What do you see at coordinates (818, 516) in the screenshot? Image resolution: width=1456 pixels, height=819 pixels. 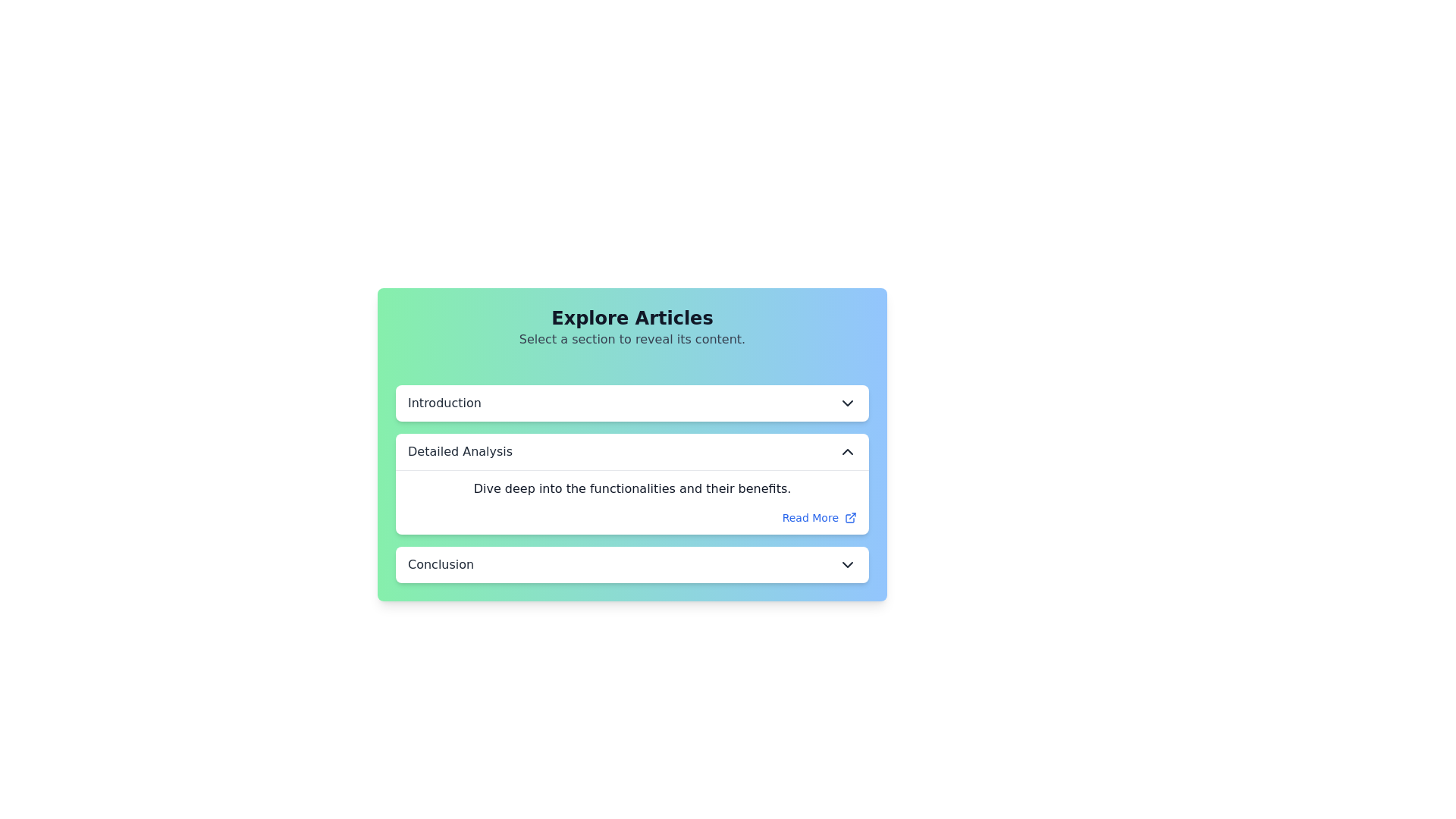 I see `the navigational link with an external icon located at the bottom-right of the expanded 'Detailed Analysis' section` at bounding box center [818, 516].